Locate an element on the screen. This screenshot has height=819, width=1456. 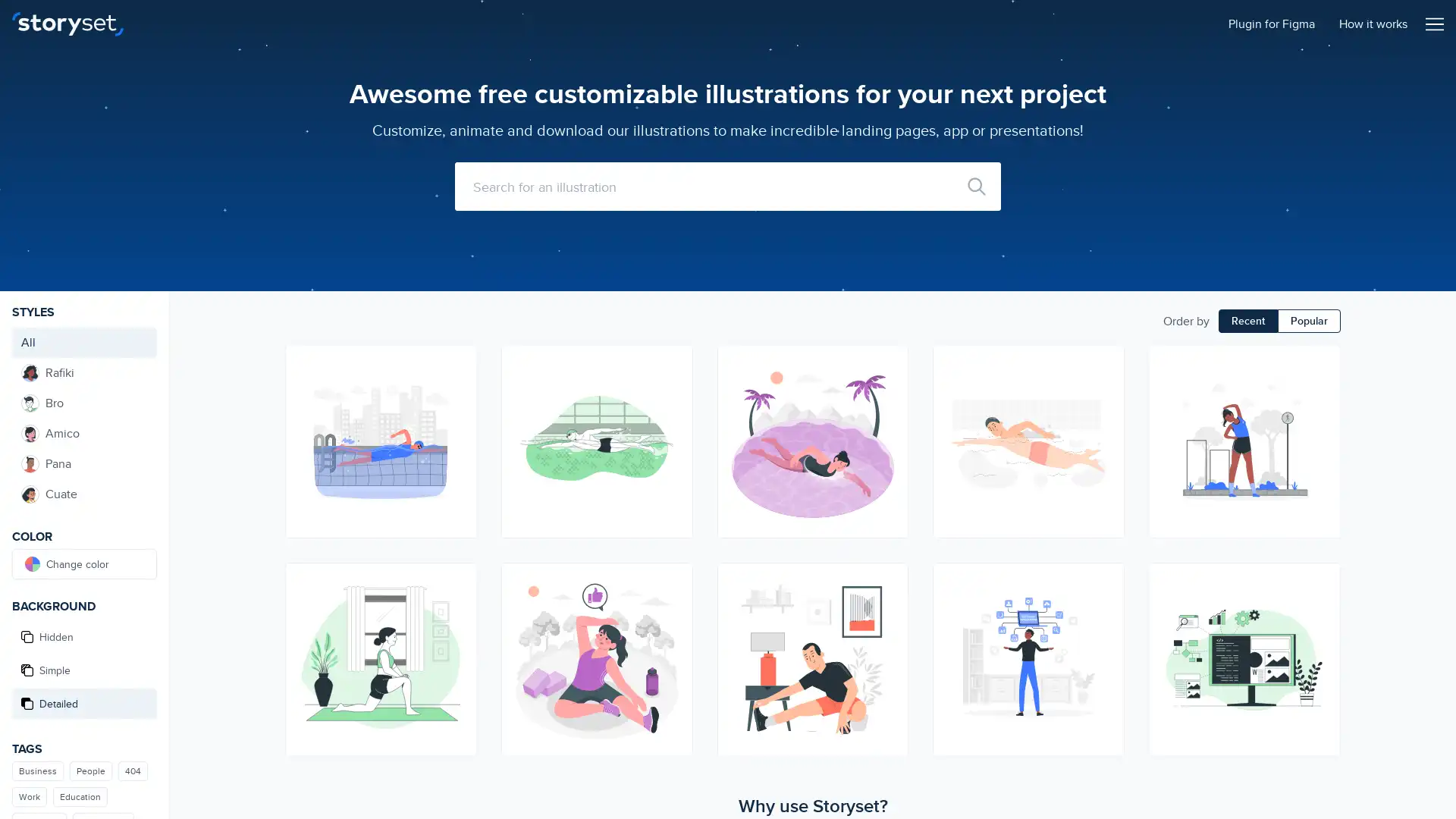
Pinterest icon Save is located at coordinates (889, 418).